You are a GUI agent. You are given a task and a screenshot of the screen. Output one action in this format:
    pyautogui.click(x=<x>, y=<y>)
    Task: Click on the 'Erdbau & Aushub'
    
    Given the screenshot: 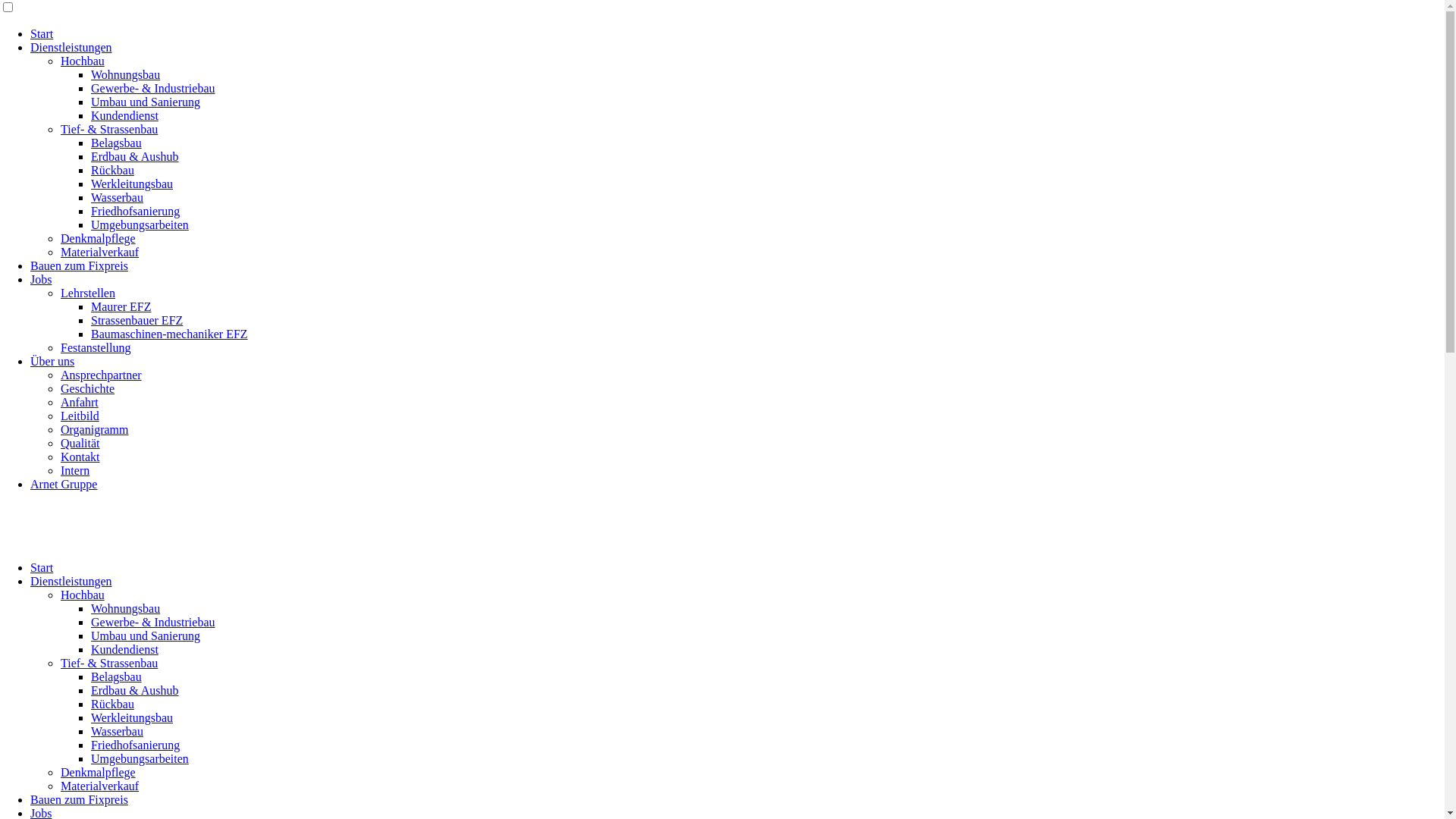 What is the action you would take?
    pyautogui.click(x=134, y=690)
    